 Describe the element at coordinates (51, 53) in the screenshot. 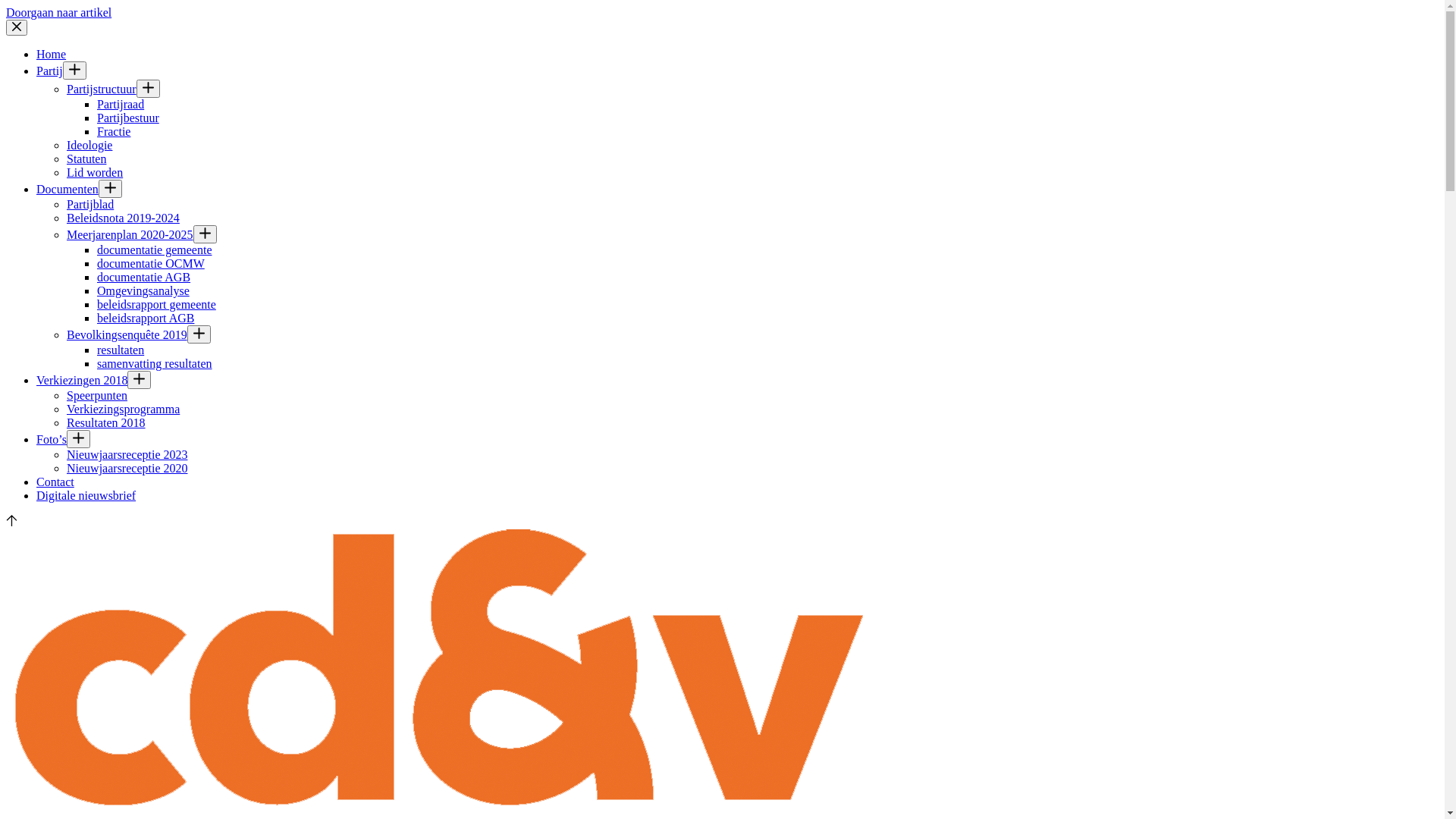

I see `'Home'` at that location.